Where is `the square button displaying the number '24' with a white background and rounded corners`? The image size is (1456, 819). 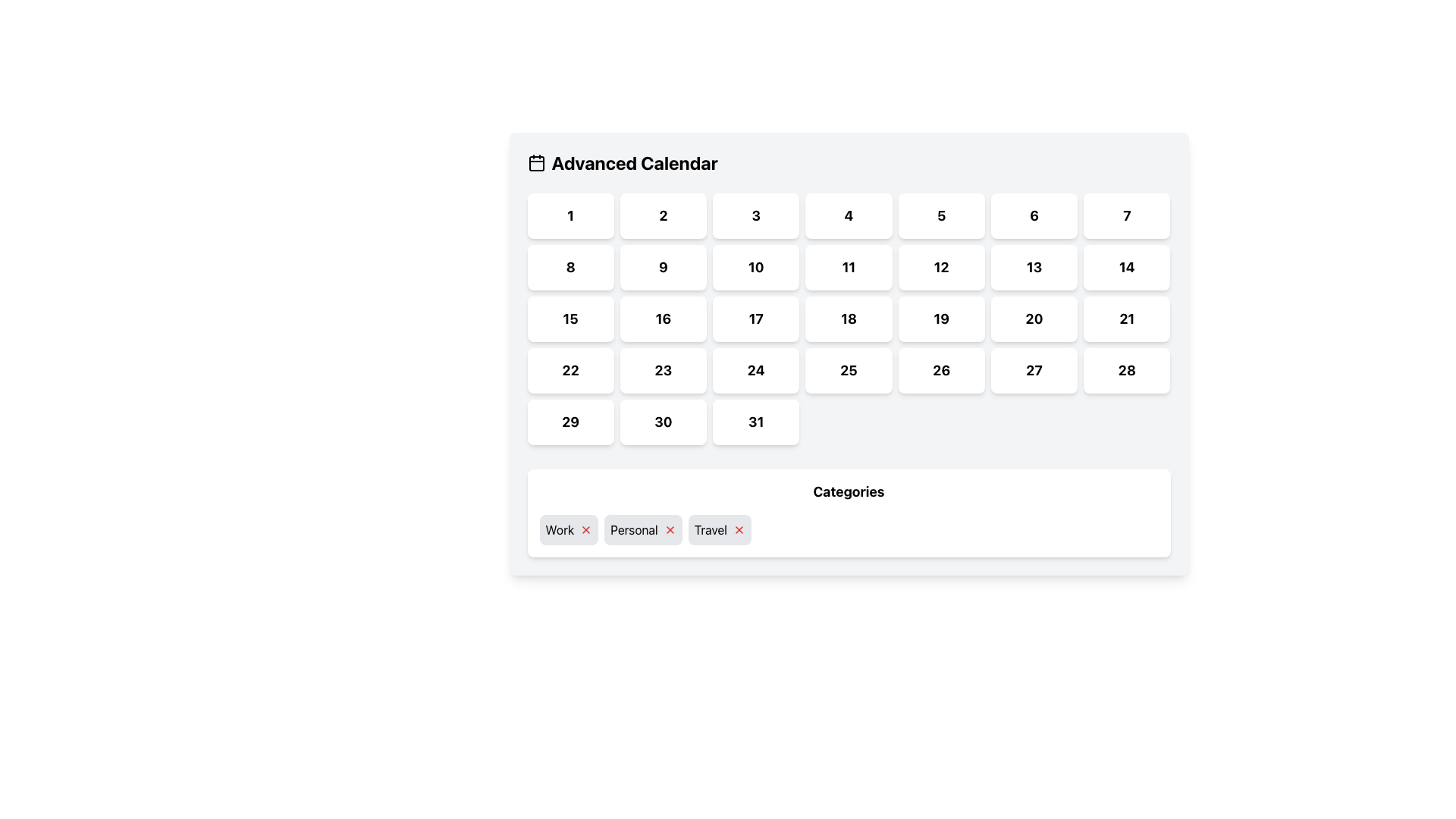 the square button displaying the number '24' with a white background and rounded corners is located at coordinates (756, 371).